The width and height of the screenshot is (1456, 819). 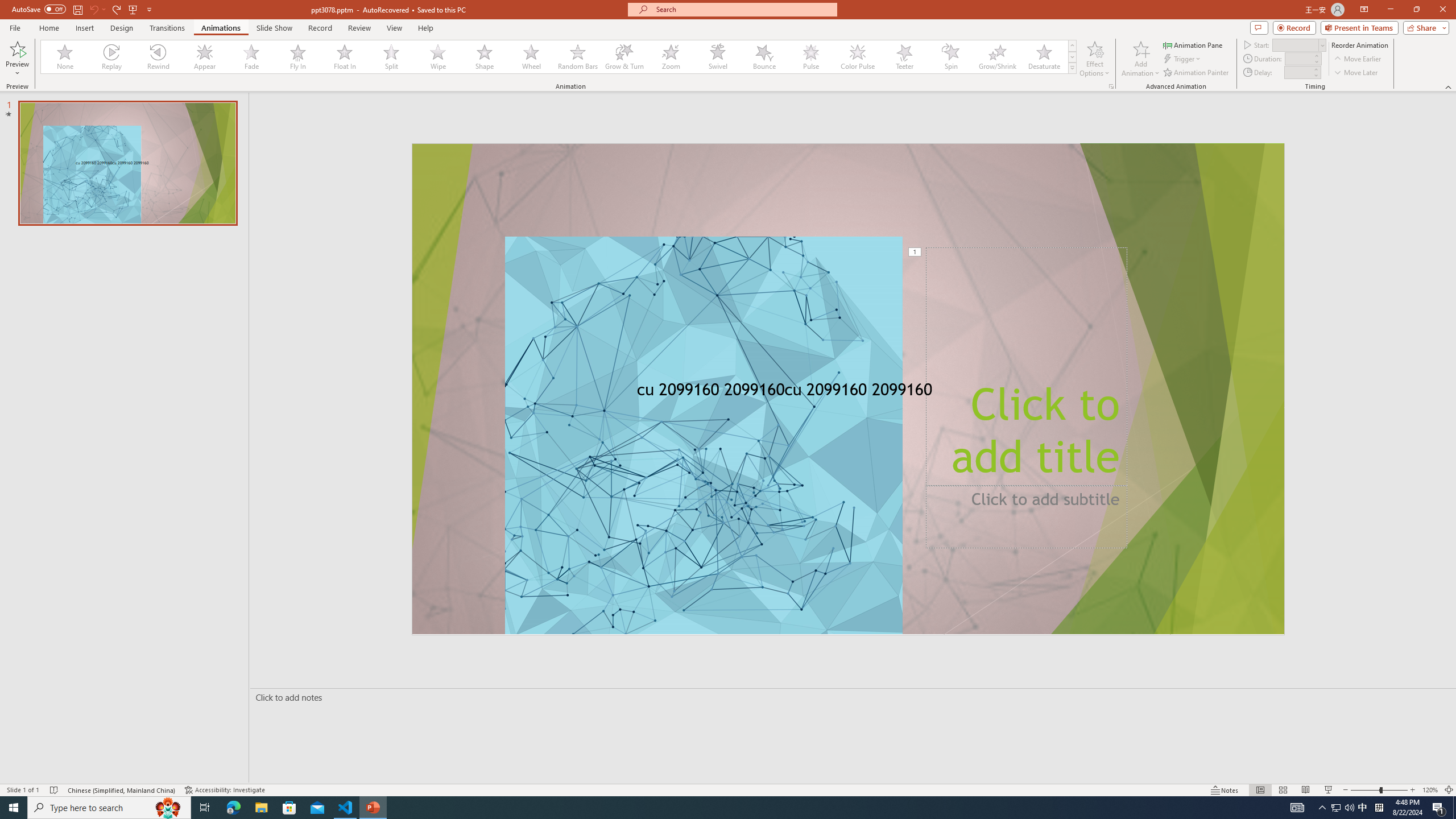 I want to click on 'Animation Painter', so click(x=1196, y=72).